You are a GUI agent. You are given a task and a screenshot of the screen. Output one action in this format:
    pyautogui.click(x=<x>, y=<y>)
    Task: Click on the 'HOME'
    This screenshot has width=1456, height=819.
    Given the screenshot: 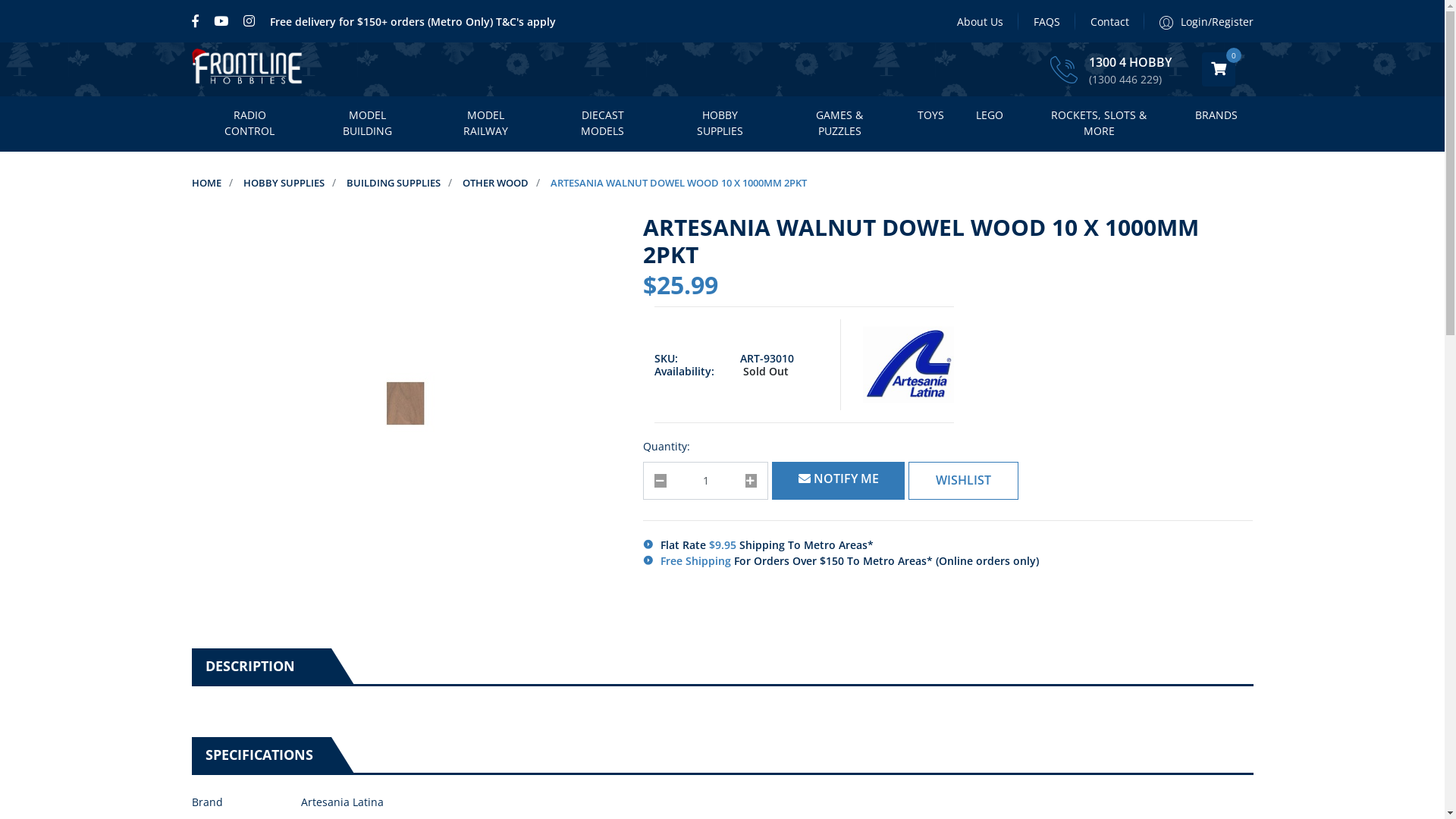 What is the action you would take?
    pyautogui.click(x=205, y=181)
    